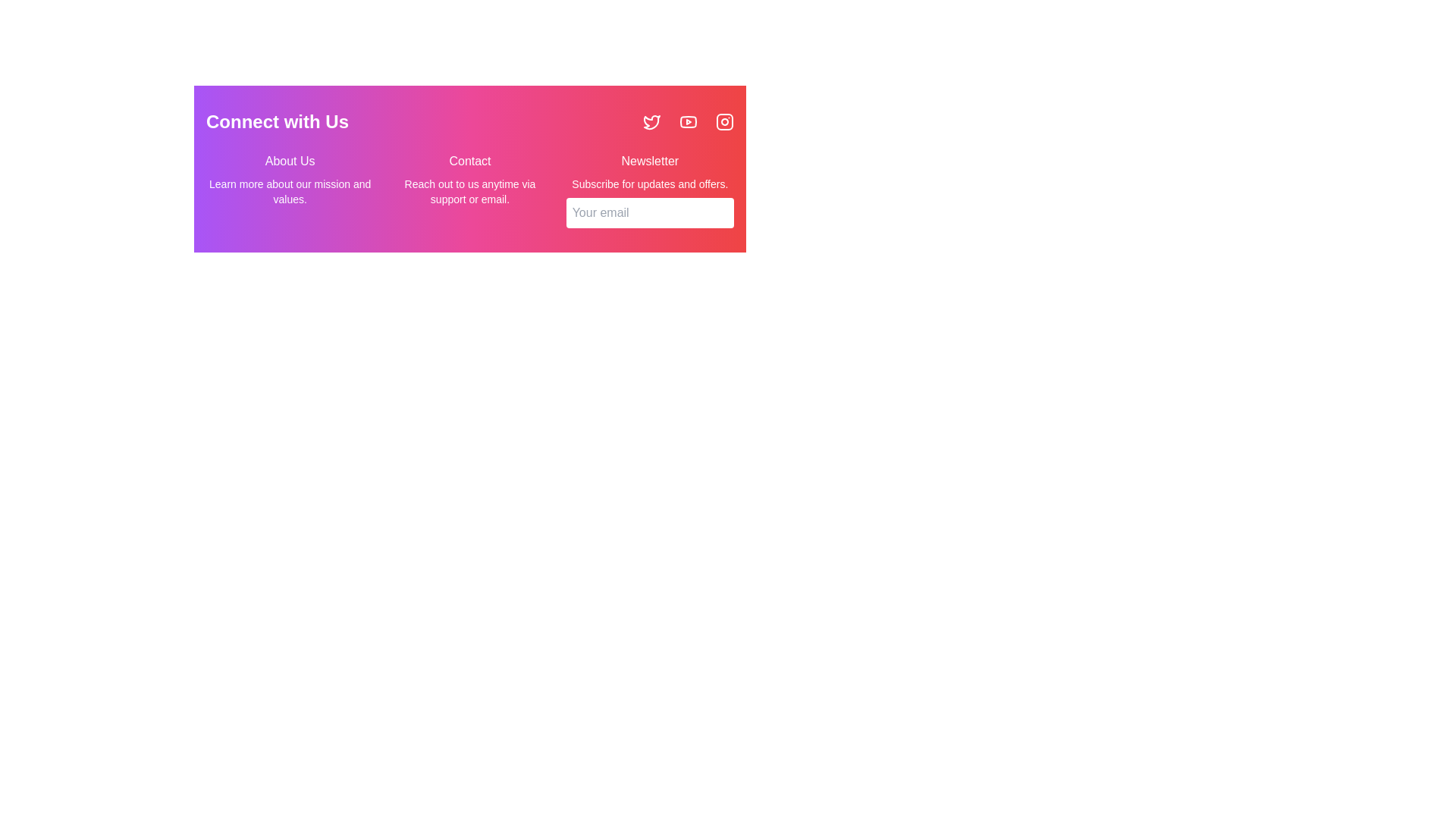  What do you see at coordinates (650, 189) in the screenshot?
I see `the text input field located in the subscription section on the far right of the layout` at bounding box center [650, 189].